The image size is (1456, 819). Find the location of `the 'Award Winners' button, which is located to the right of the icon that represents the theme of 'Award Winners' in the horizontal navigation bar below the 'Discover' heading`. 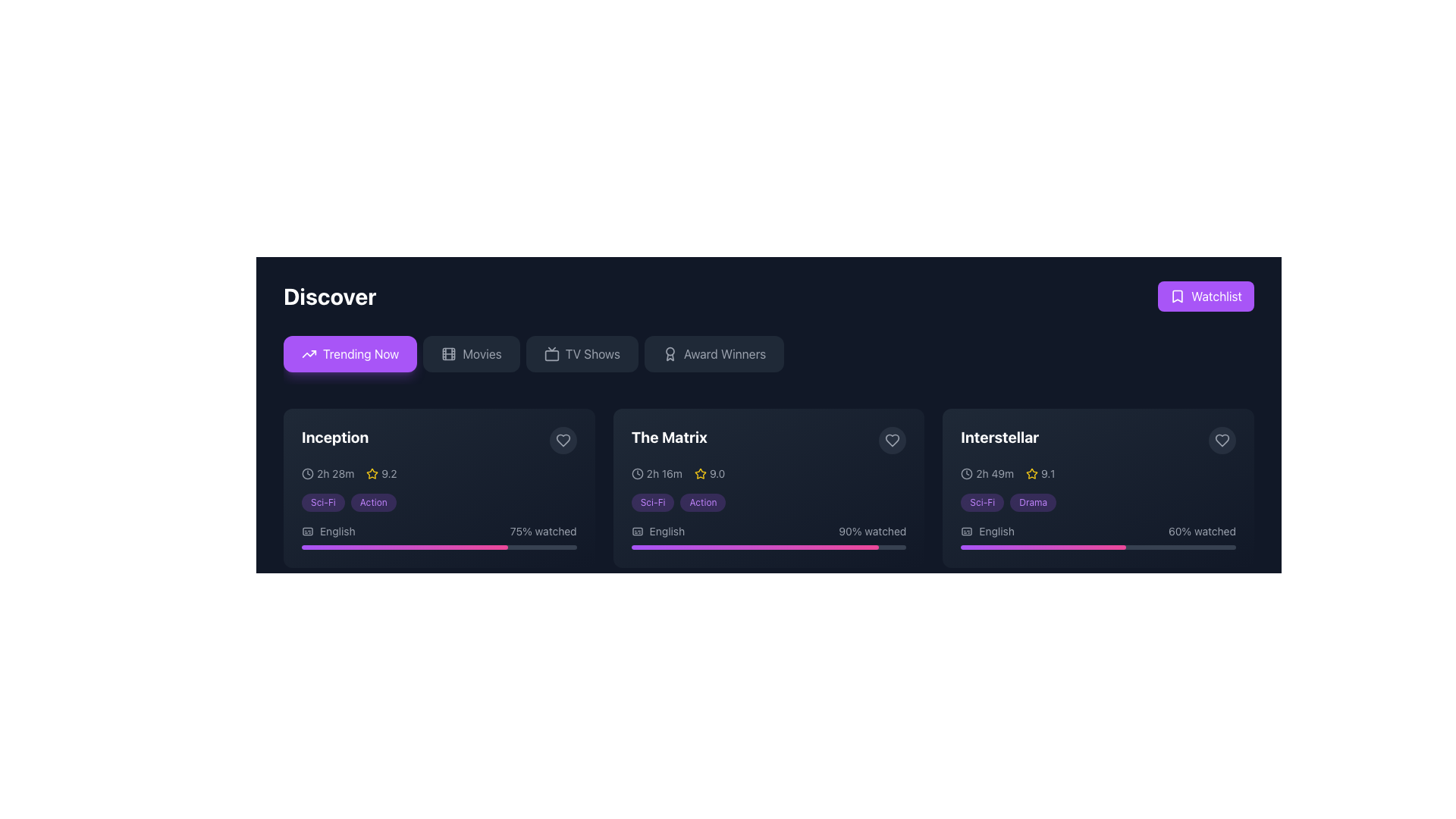

the 'Award Winners' button, which is located to the right of the icon that represents the theme of 'Award Winners' in the horizontal navigation bar below the 'Discover' heading is located at coordinates (669, 353).